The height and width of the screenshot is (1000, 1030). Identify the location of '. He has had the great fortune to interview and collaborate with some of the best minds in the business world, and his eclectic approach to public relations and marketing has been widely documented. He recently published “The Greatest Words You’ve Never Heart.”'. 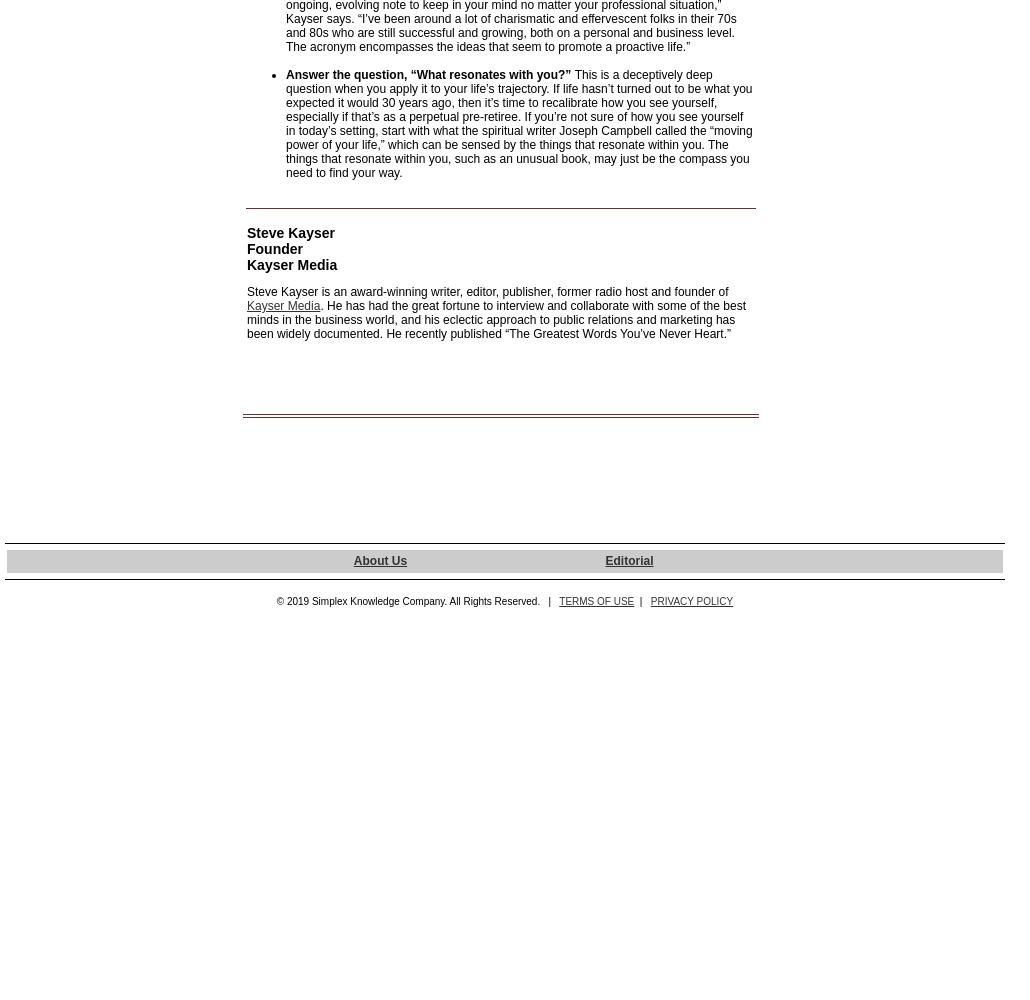
(495, 319).